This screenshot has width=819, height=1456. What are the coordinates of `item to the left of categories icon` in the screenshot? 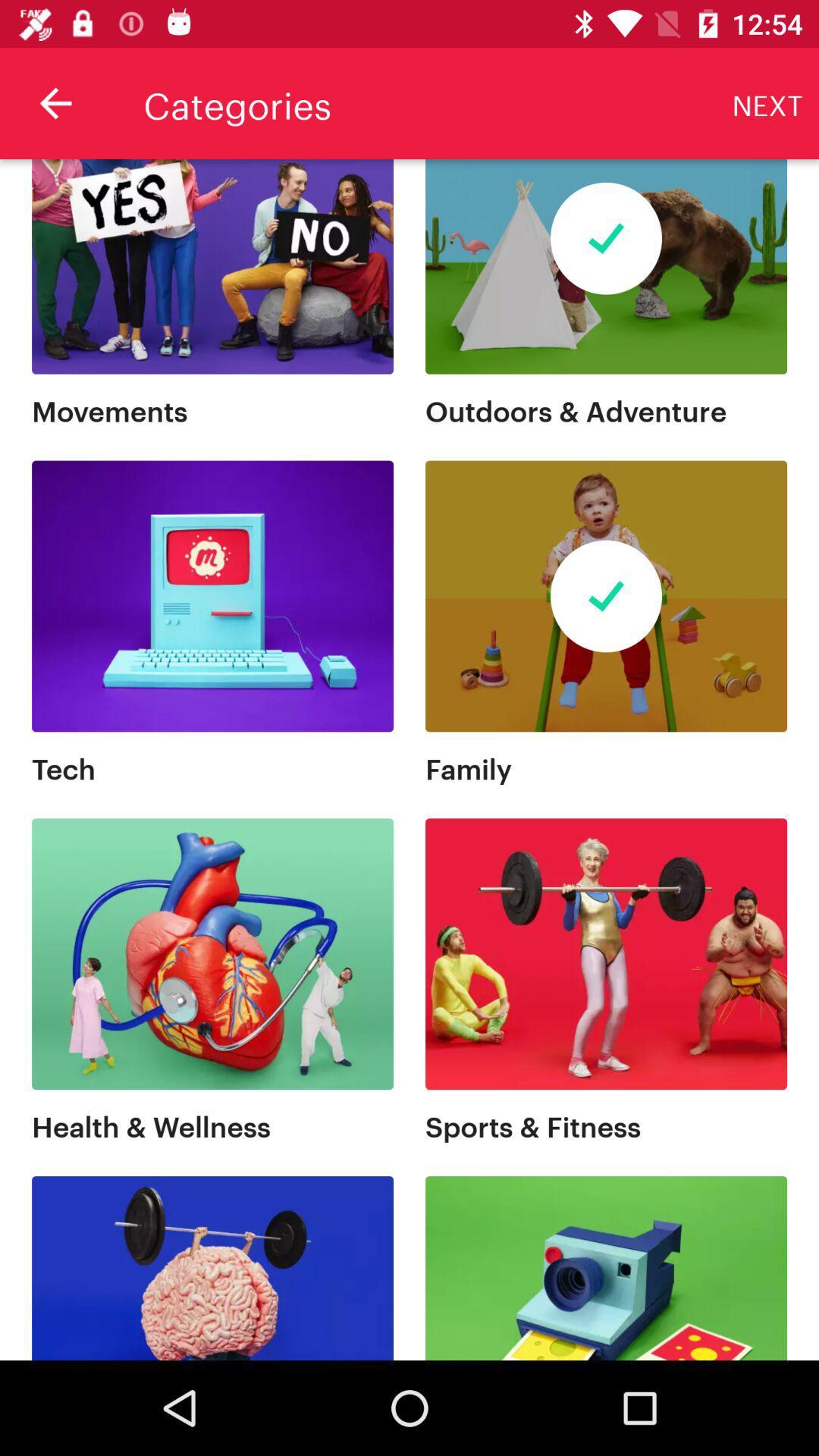 It's located at (55, 102).